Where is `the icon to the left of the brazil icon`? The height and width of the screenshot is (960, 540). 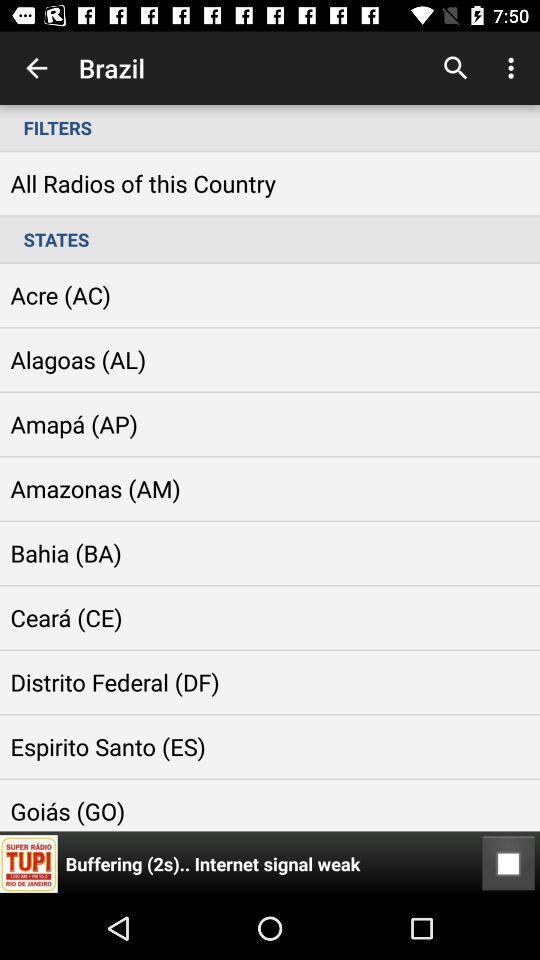 the icon to the left of the brazil icon is located at coordinates (36, 68).